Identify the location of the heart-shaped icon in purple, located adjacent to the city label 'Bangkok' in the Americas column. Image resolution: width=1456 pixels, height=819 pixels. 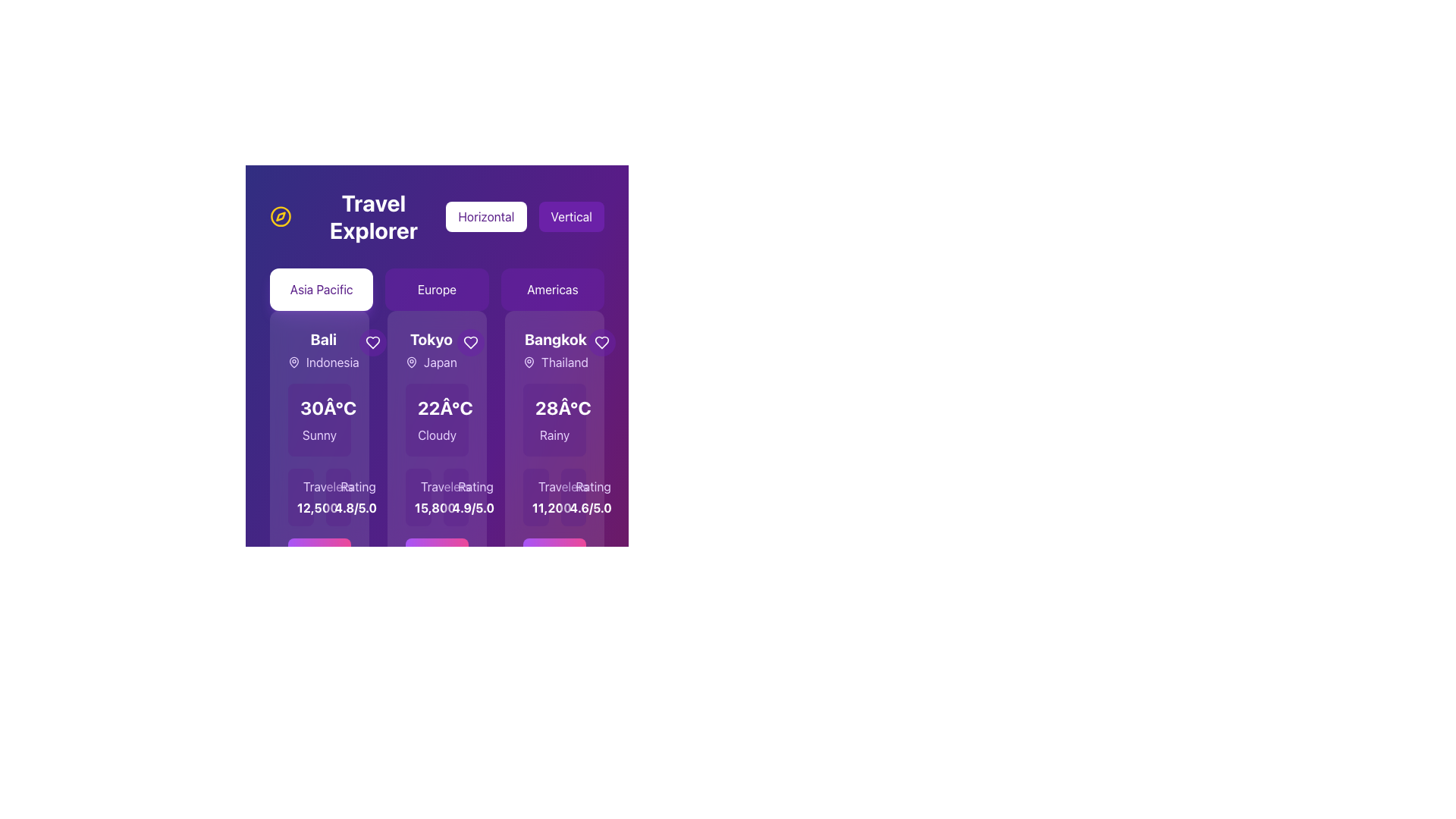
(601, 342).